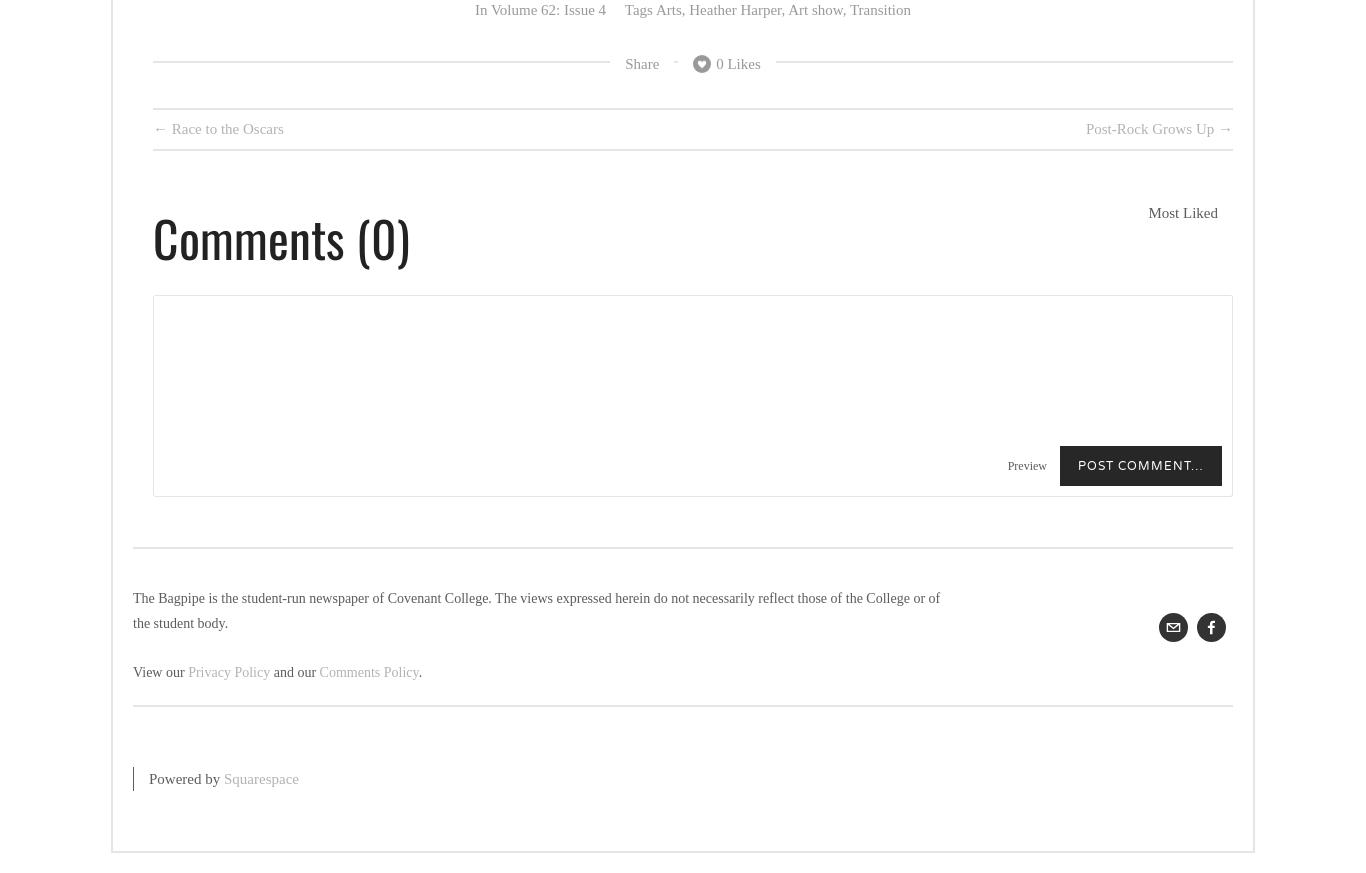 The width and height of the screenshot is (1366, 873). Describe the element at coordinates (1159, 129) in the screenshot. I see `'Post-Rock Grows Up →'` at that location.